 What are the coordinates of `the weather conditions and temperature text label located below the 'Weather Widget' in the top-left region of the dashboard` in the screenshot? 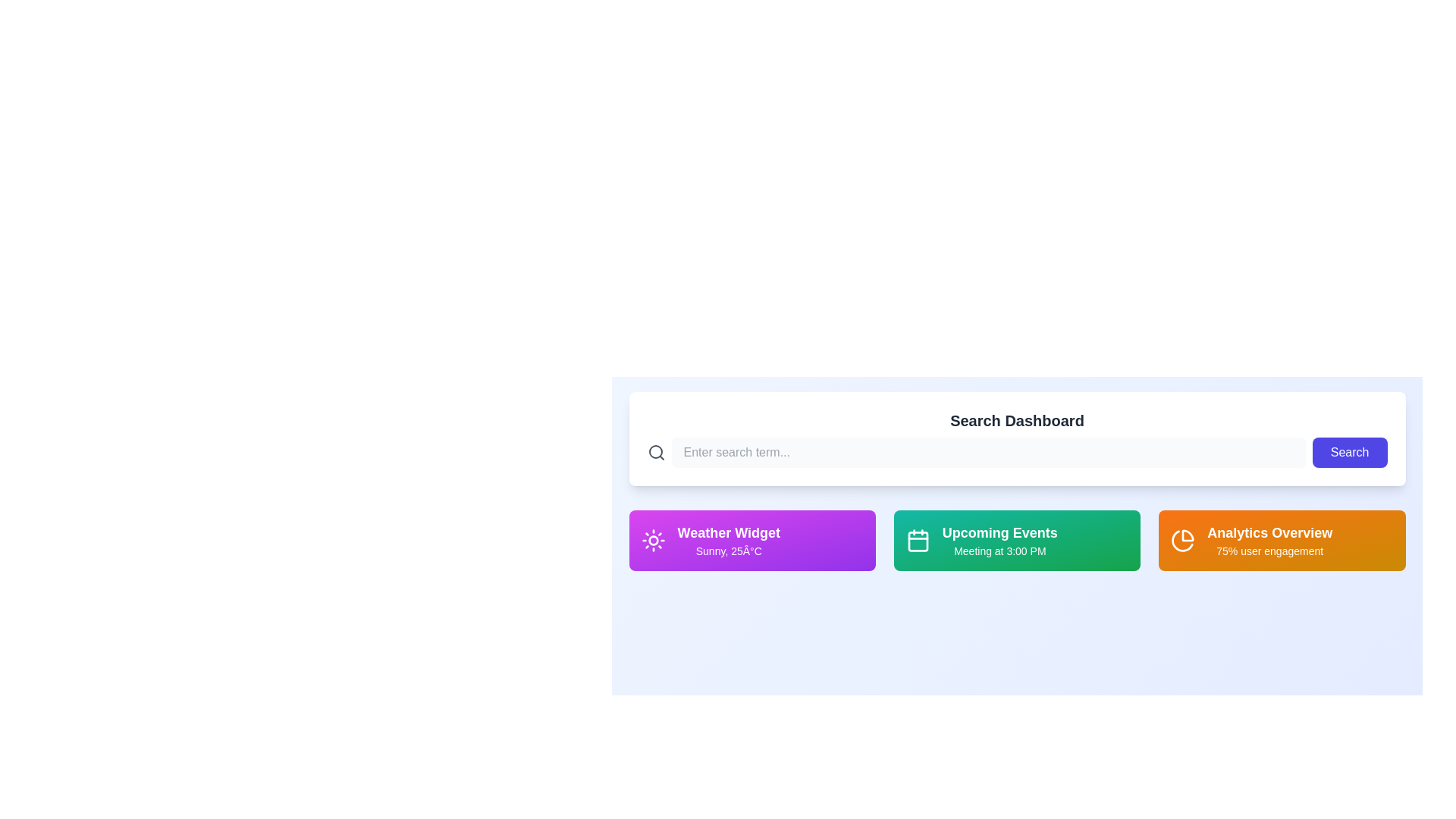 It's located at (729, 551).